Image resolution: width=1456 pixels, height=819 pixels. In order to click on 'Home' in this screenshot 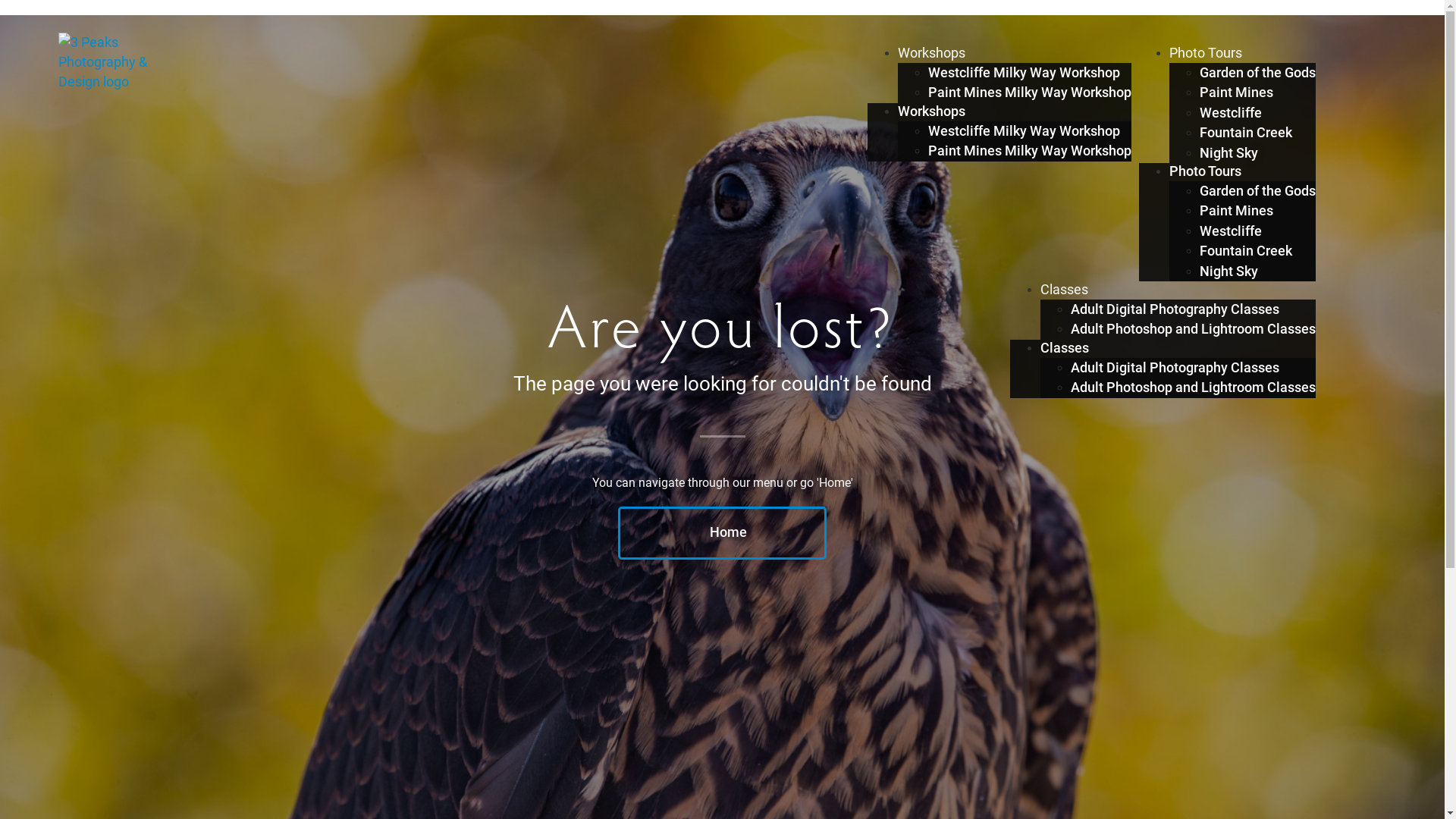, I will do `click(721, 532)`.